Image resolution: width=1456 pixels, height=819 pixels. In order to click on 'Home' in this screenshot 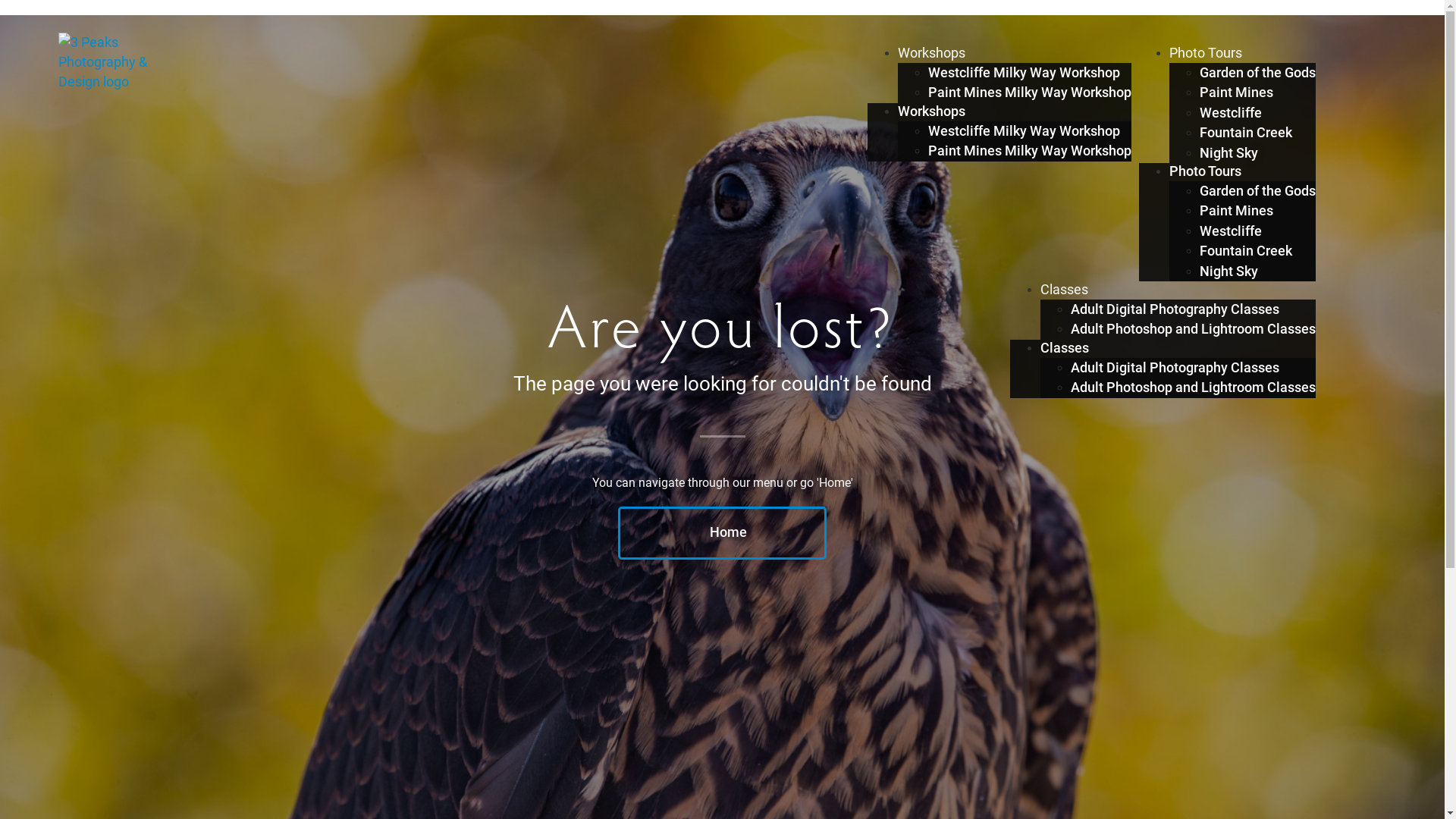, I will do `click(721, 532)`.